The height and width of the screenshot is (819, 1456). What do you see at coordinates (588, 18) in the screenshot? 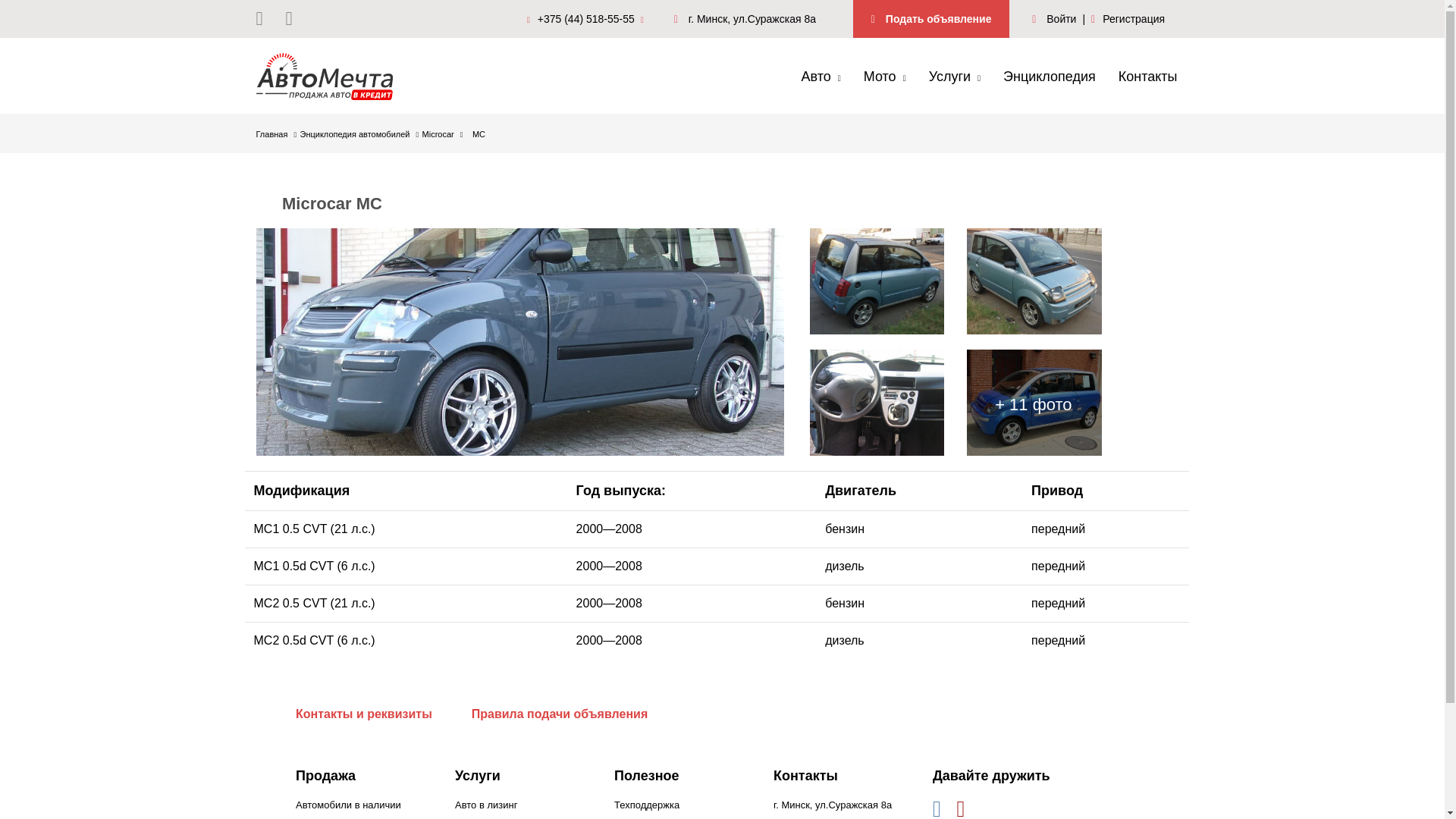
I see `'+375 (44) 518-55-55'` at bounding box center [588, 18].